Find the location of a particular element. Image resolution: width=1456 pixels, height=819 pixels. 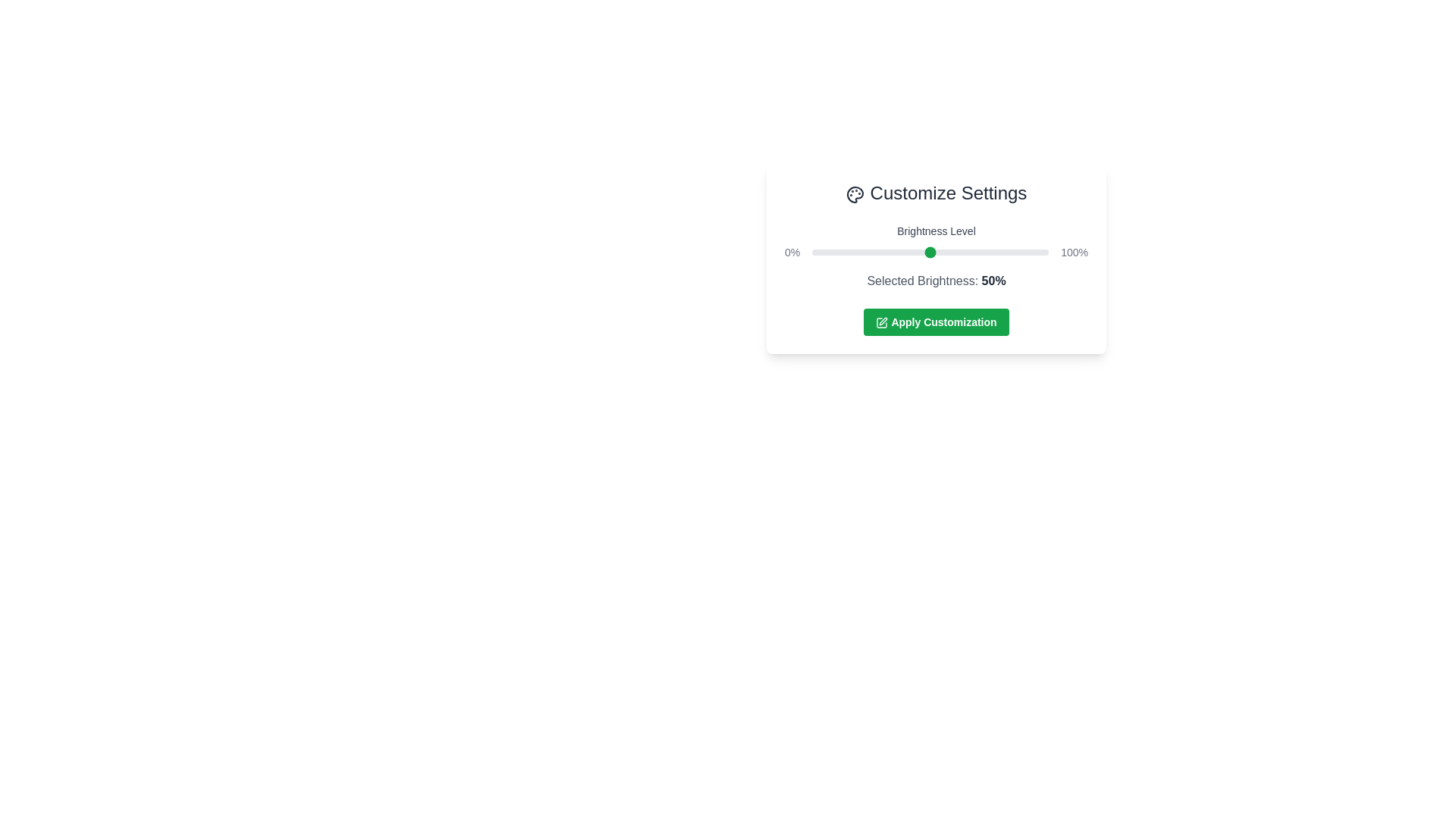

the button to apply the selected customization settings for brightness adjustments located beneath the 'Selected Brightness: 50%' text is located at coordinates (935, 321).